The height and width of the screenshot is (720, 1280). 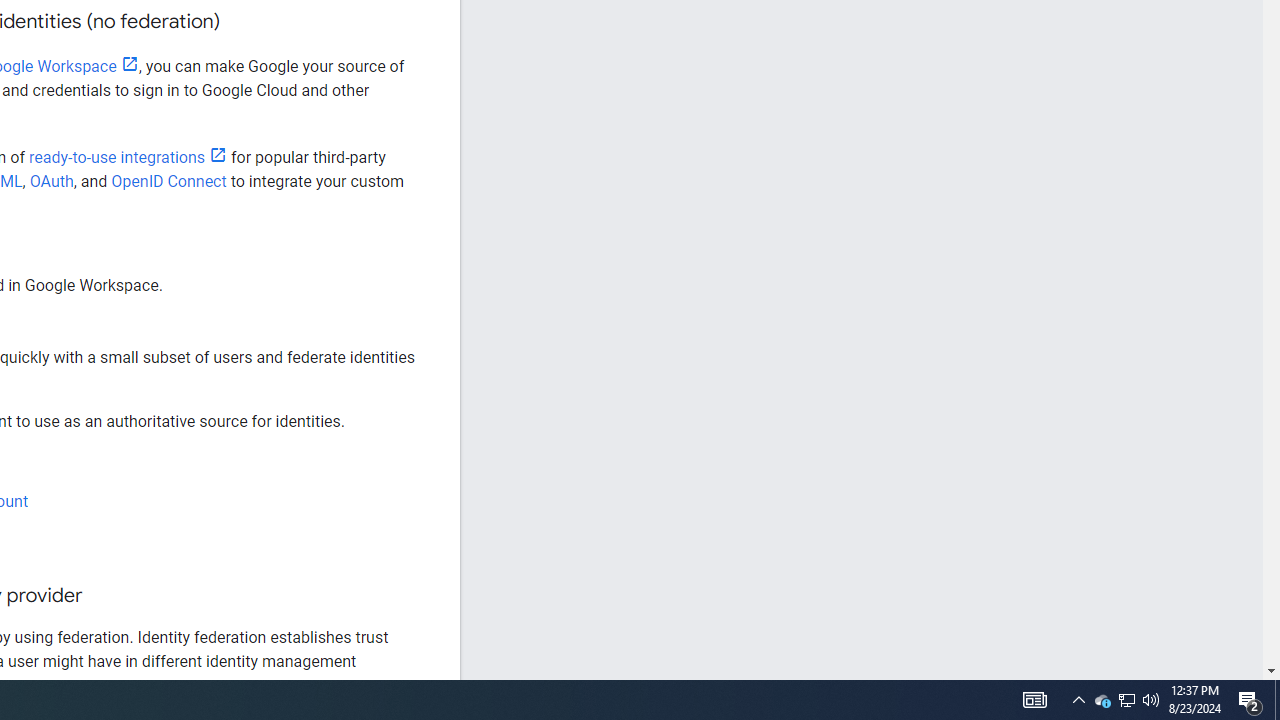 I want to click on 'ready-to-use integrations', so click(x=127, y=156).